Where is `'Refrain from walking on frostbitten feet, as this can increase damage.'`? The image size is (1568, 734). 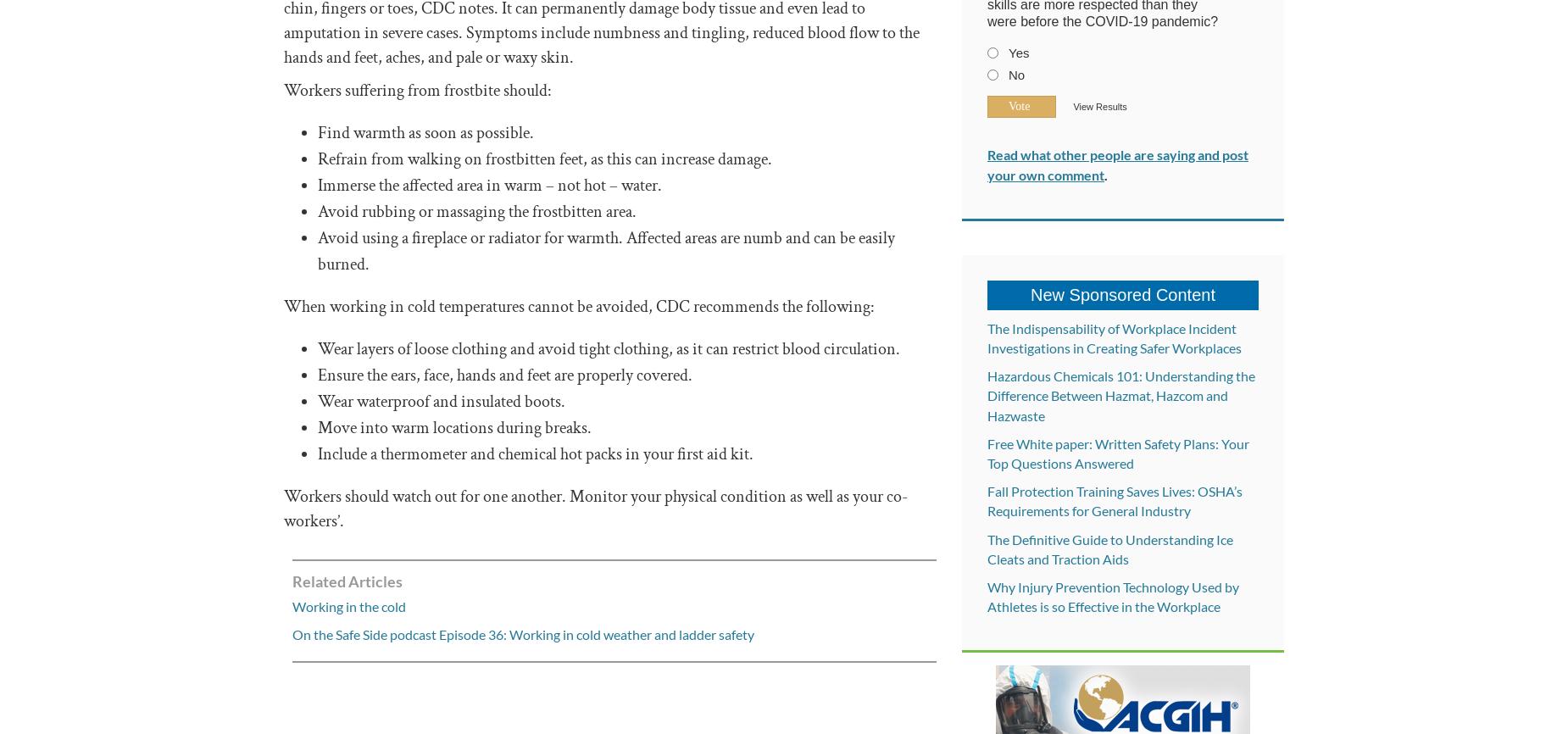 'Refrain from walking on frostbitten feet, as this can increase damage.' is located at coordinates (545, 159).